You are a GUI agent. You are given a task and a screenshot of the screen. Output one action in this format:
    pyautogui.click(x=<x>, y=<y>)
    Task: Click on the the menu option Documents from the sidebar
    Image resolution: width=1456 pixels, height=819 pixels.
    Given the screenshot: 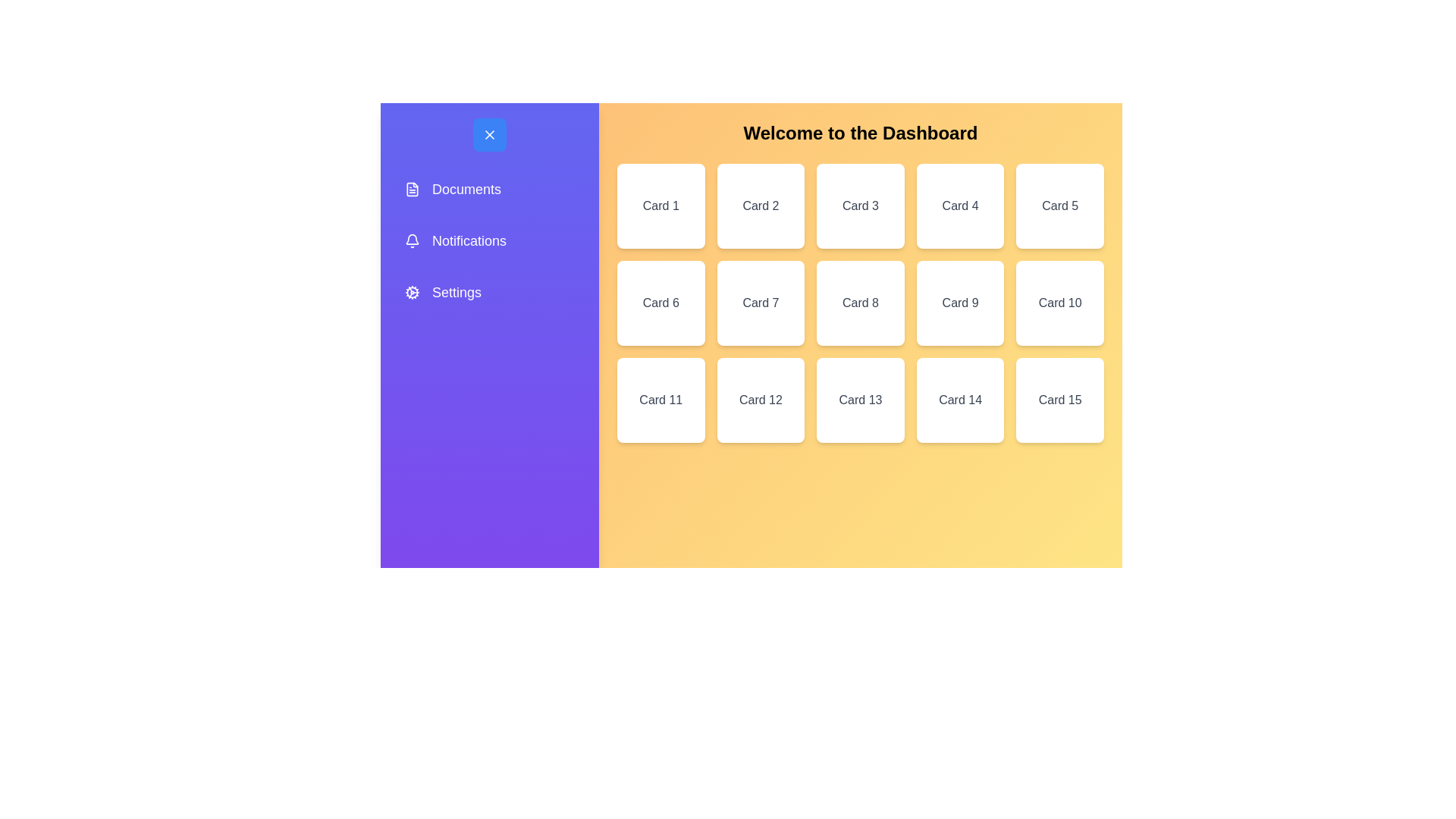 What is the action you would take?
    pyautogui.click(x=490, y=189)
    